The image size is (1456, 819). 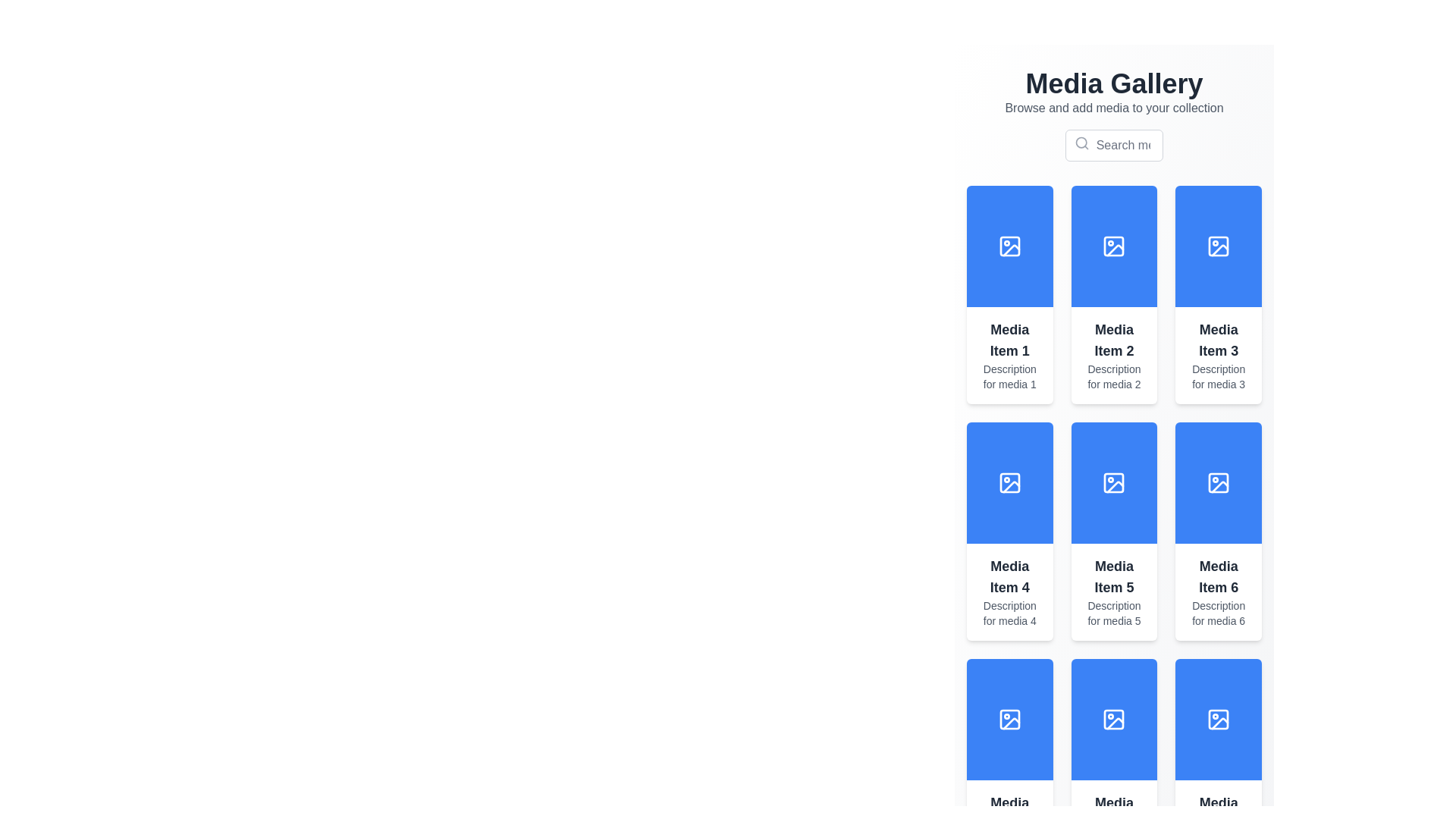 I want to click on the blue background media preview box containing the image symbol icon, located, so click(x=1009, y=245).